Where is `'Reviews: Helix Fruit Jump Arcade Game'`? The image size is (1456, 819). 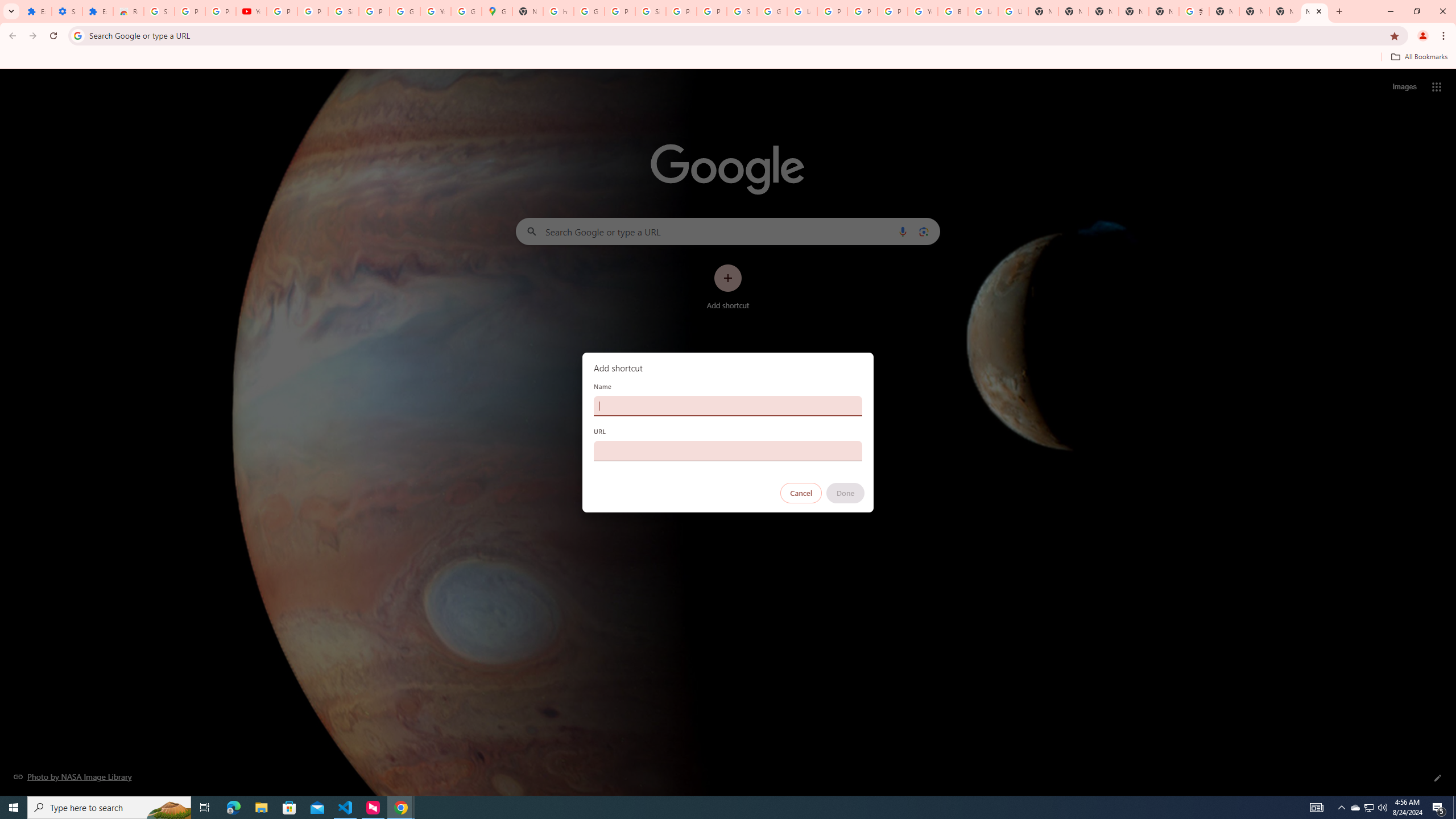 'Reviews: Helix Fruit Jump Arcade Game' is located at coordinates (127, 11).